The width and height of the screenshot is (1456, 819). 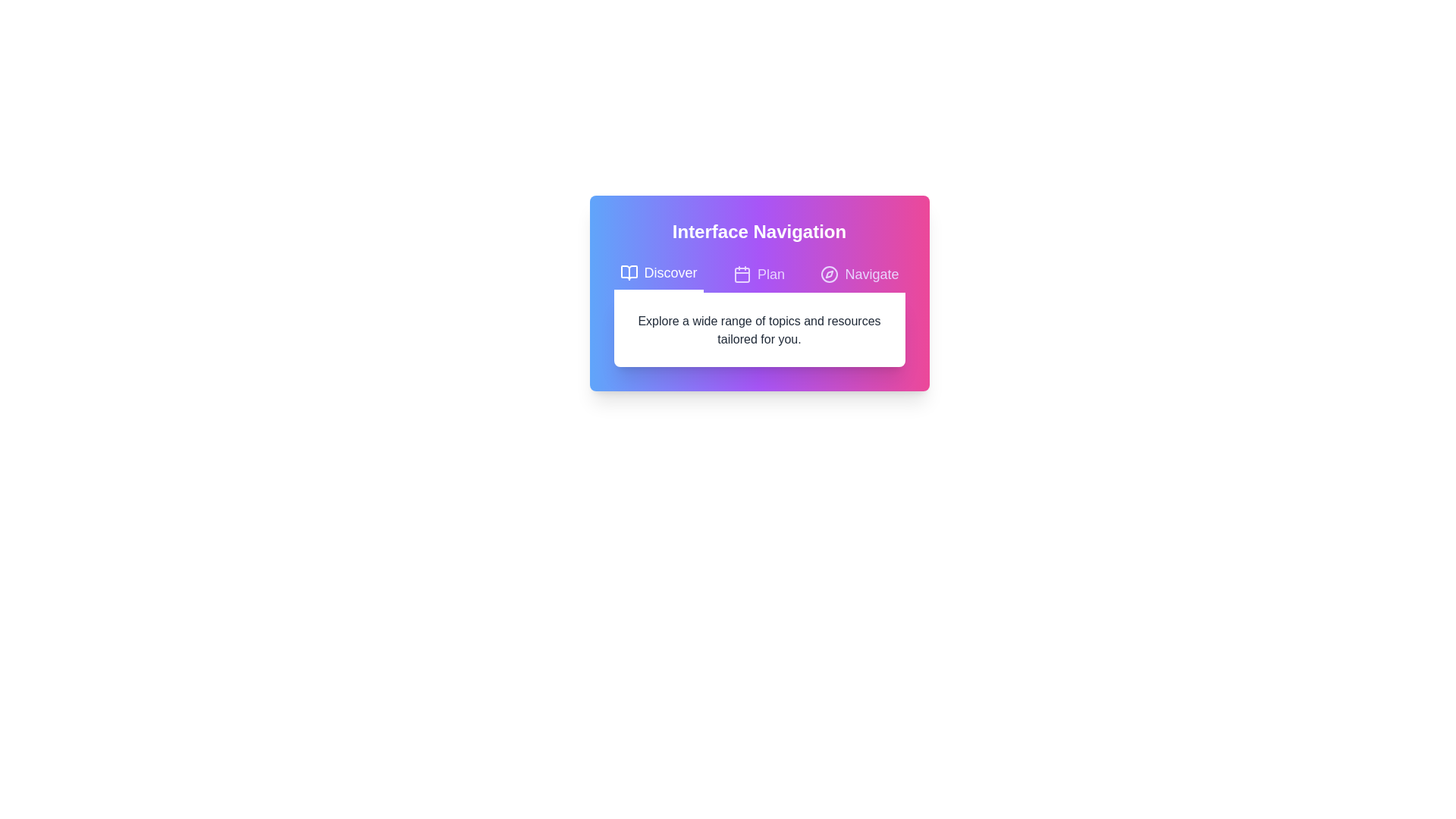 What do you see at coordinates (758, 275) in the screenshot?
I see `the 'Plan' button, which features a calendar icon and is the second button in the horizontal tab list between 'Discover' and 'Navigate'` at bounding box center [758, 275].